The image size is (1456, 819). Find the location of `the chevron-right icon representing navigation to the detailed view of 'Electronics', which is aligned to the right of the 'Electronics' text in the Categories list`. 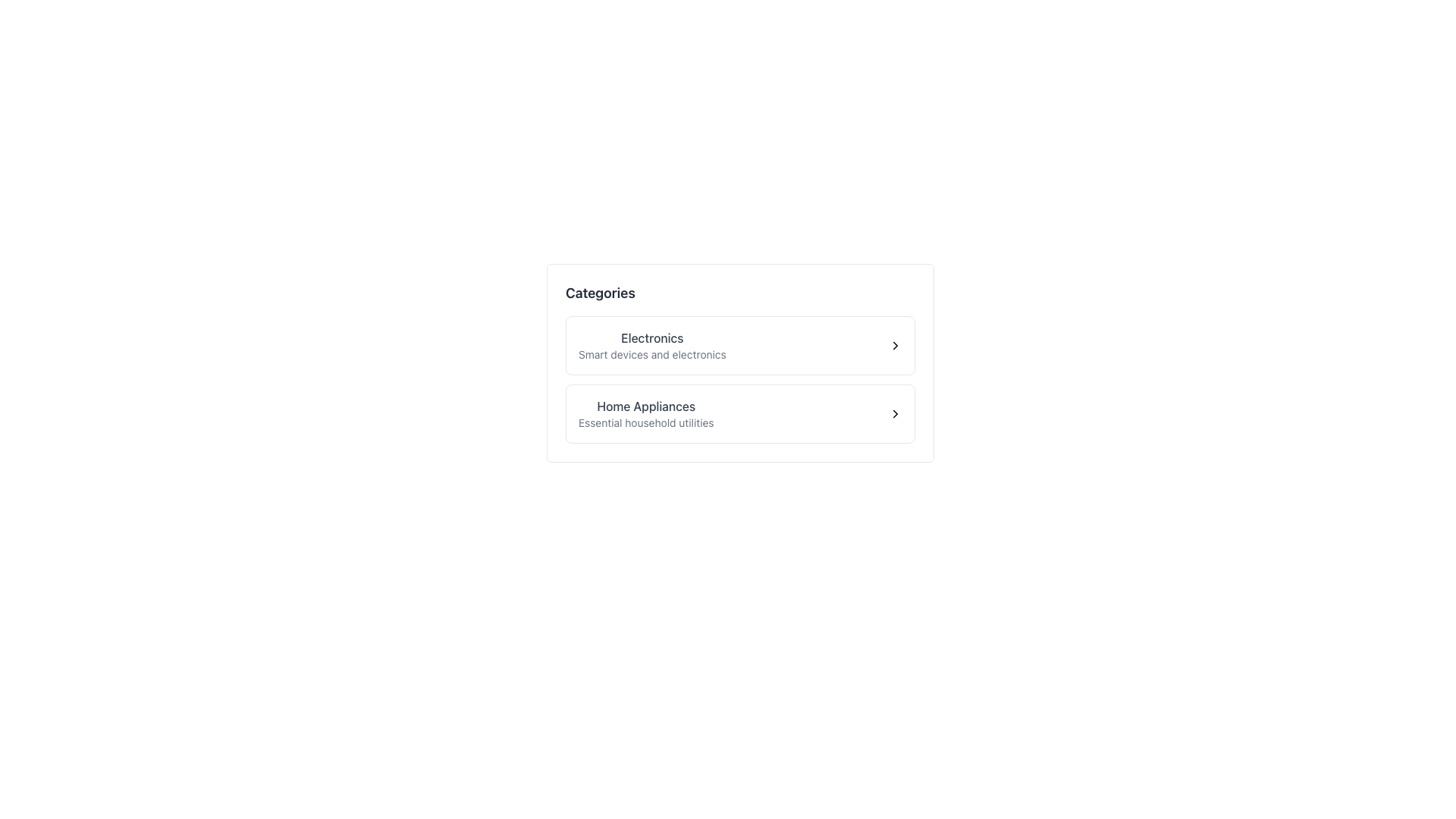

the chevron-right icon representing navigation to the detailed view of 'Electronics', which is aligned to the right of the 'Electronics' text in the Categories list is located at coordinates (895, 345).